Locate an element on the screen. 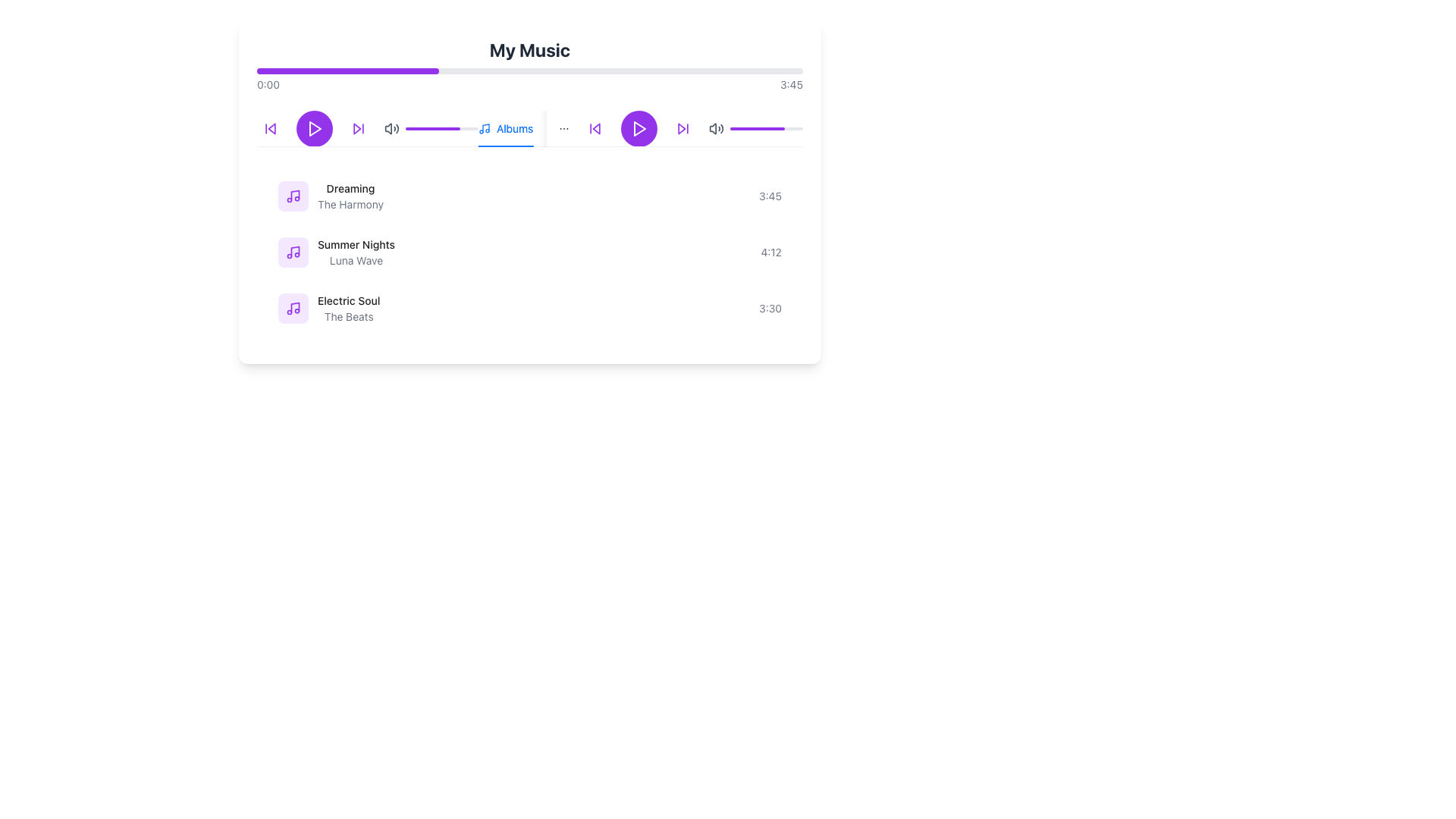 The height and width of the screenshot is (819, 1456). playback position is located at coordinates (416, 127).